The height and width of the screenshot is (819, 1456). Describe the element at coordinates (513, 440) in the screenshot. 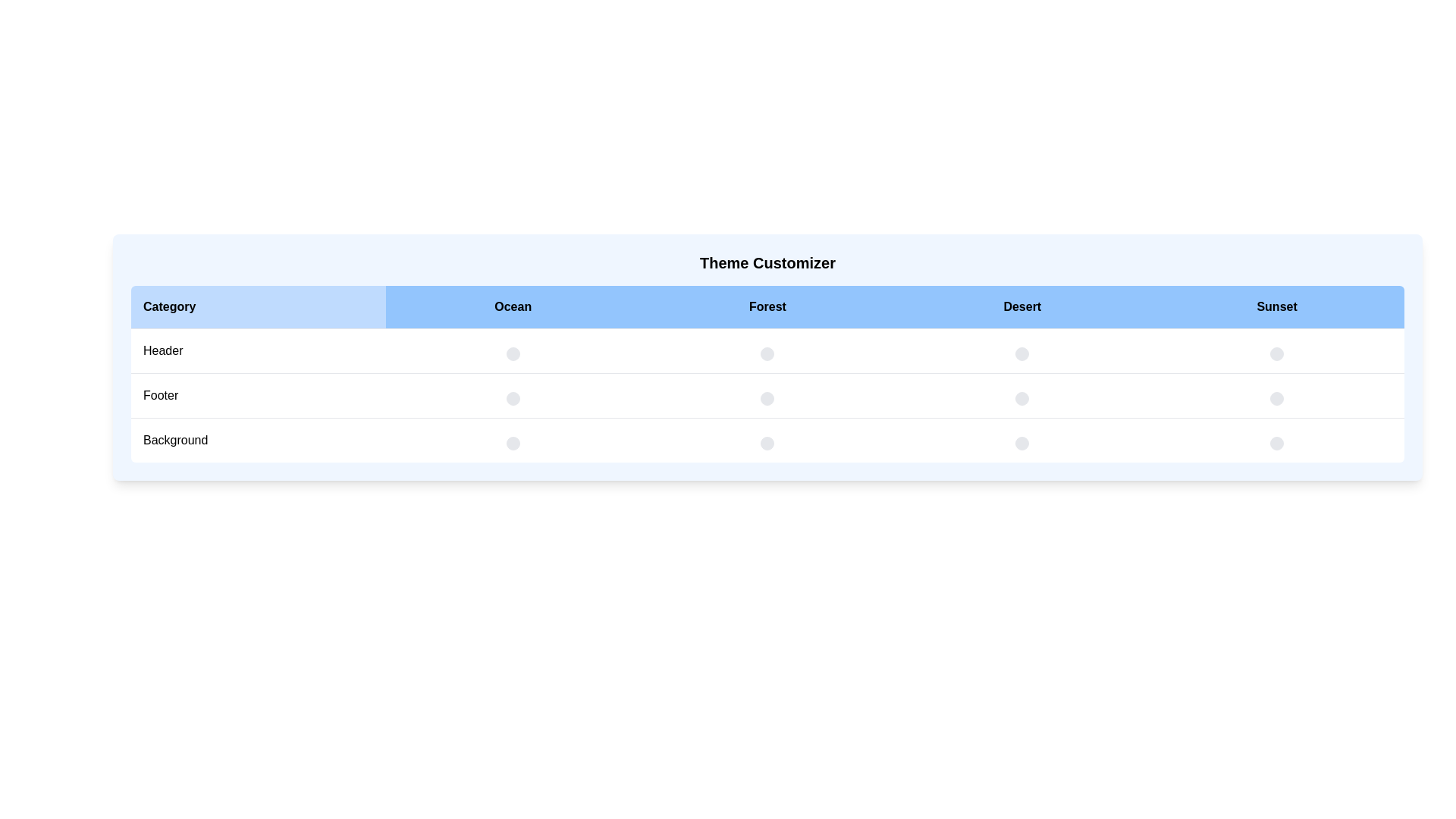

I see `the circular button in the 'Background' row, specifically the second button under the 'Ocean' theme` at that location.